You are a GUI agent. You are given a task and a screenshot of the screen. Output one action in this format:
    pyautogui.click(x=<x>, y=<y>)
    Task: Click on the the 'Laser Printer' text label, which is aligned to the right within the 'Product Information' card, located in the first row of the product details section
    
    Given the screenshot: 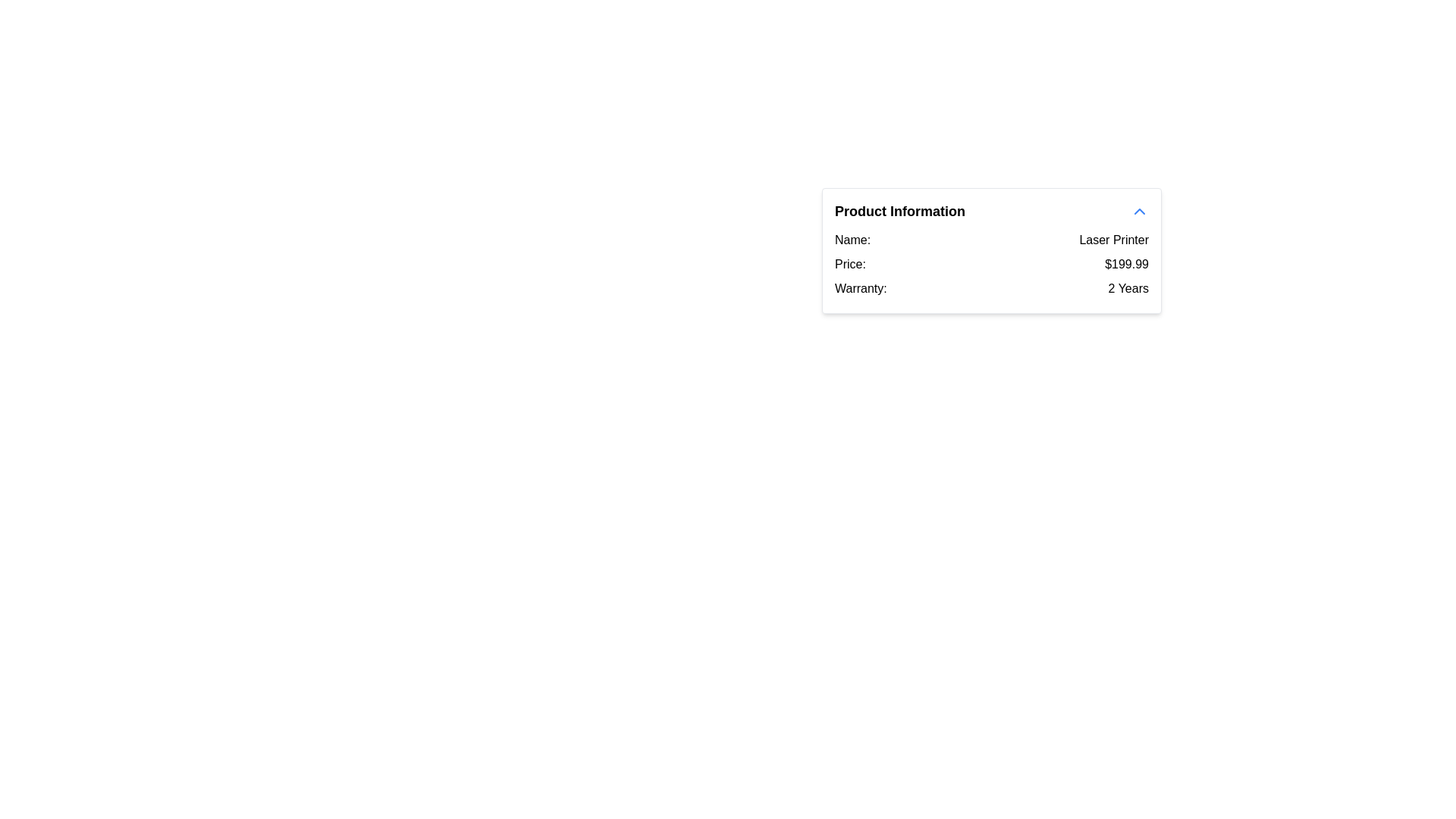 What is the action you would take?
    pyautogui.click(x=1114, y=239)
    